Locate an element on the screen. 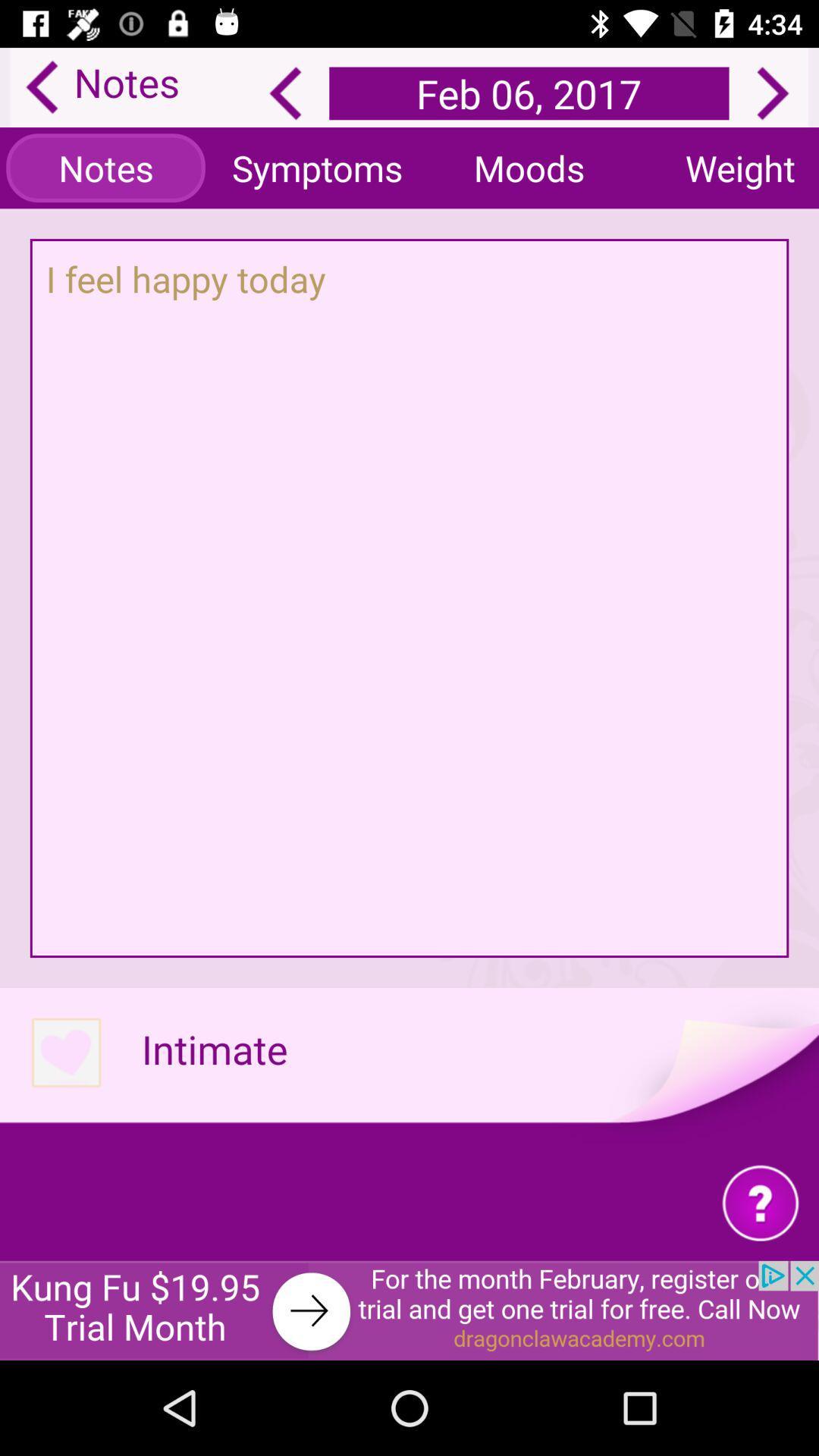 The width and height of the screenshot is (819, 1456). the arrow_forward icon is located at coordinates (773, 93).